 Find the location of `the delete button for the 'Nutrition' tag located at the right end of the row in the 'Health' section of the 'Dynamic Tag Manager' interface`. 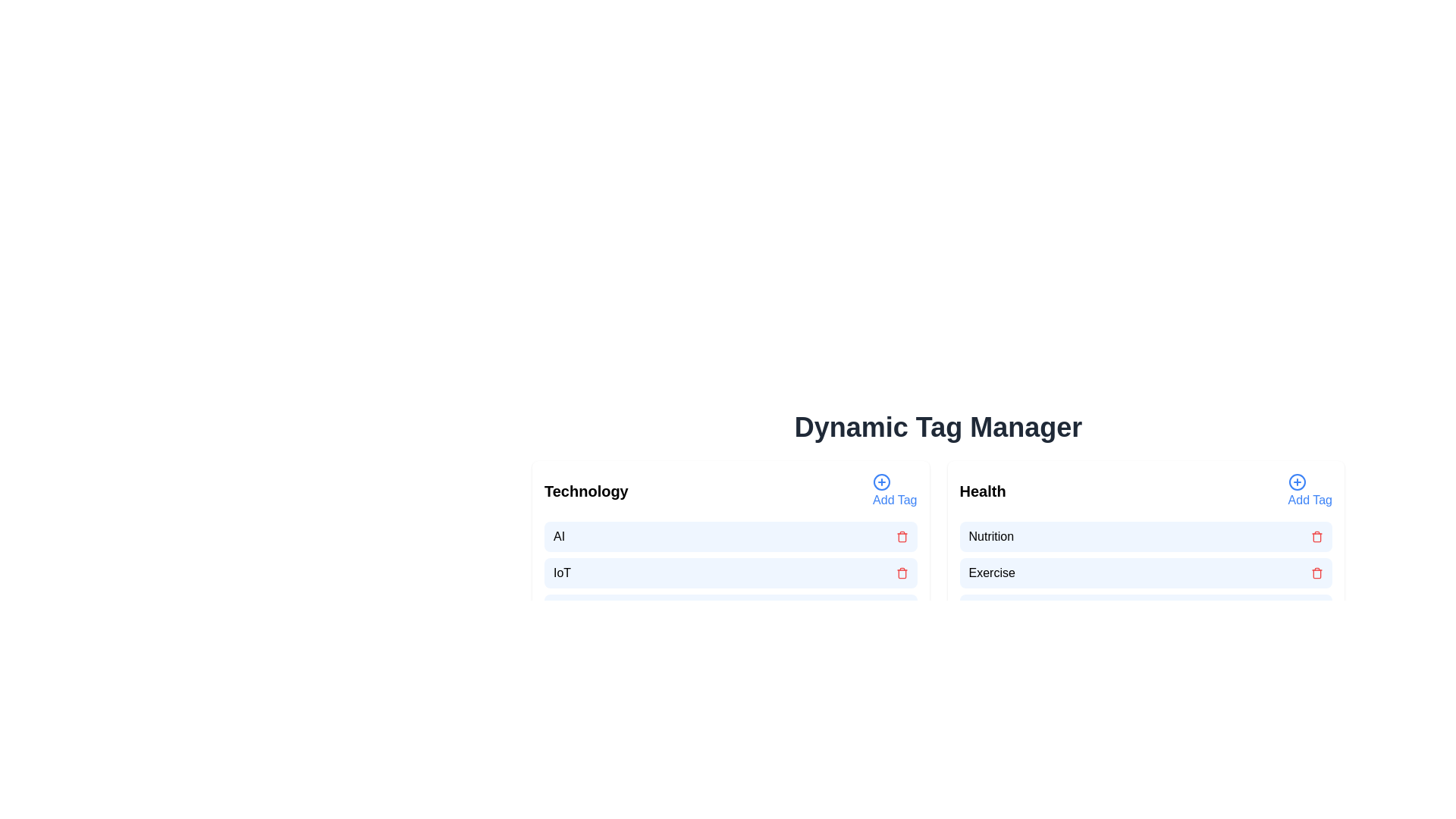

the delete button for the 'Nutrition' tag located at the right end of the row in the 'Health' section of the 'Dynamic Tag Manager' interface is located at coordinates (1316, 536).